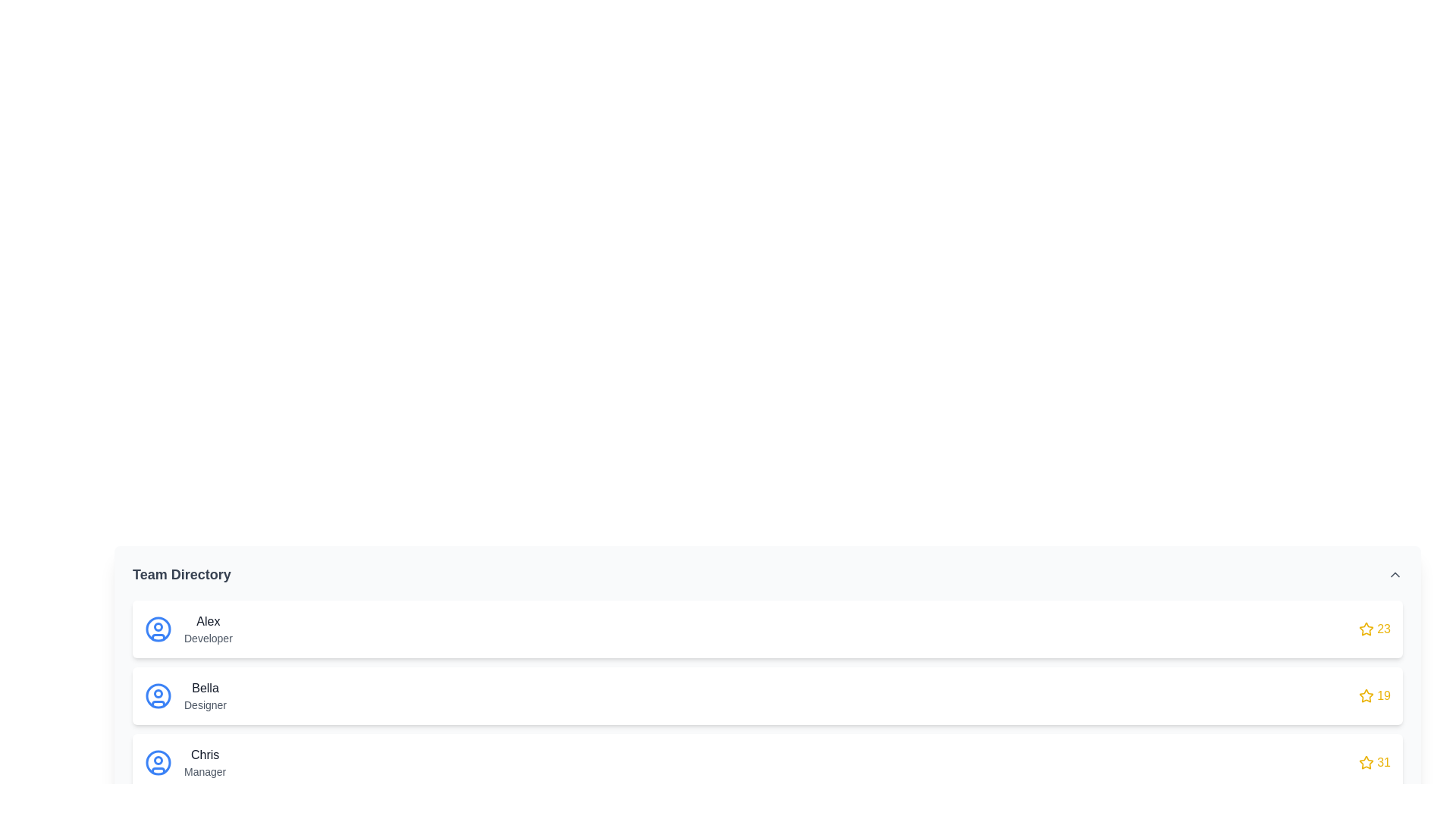  What do you see at coordinates (187, 629) in the screenshot?
I see `the 'Alex' text label in the user profile card located in the first row of the list, styled with a white background and shadow effects` at bounding box center [187, 629].